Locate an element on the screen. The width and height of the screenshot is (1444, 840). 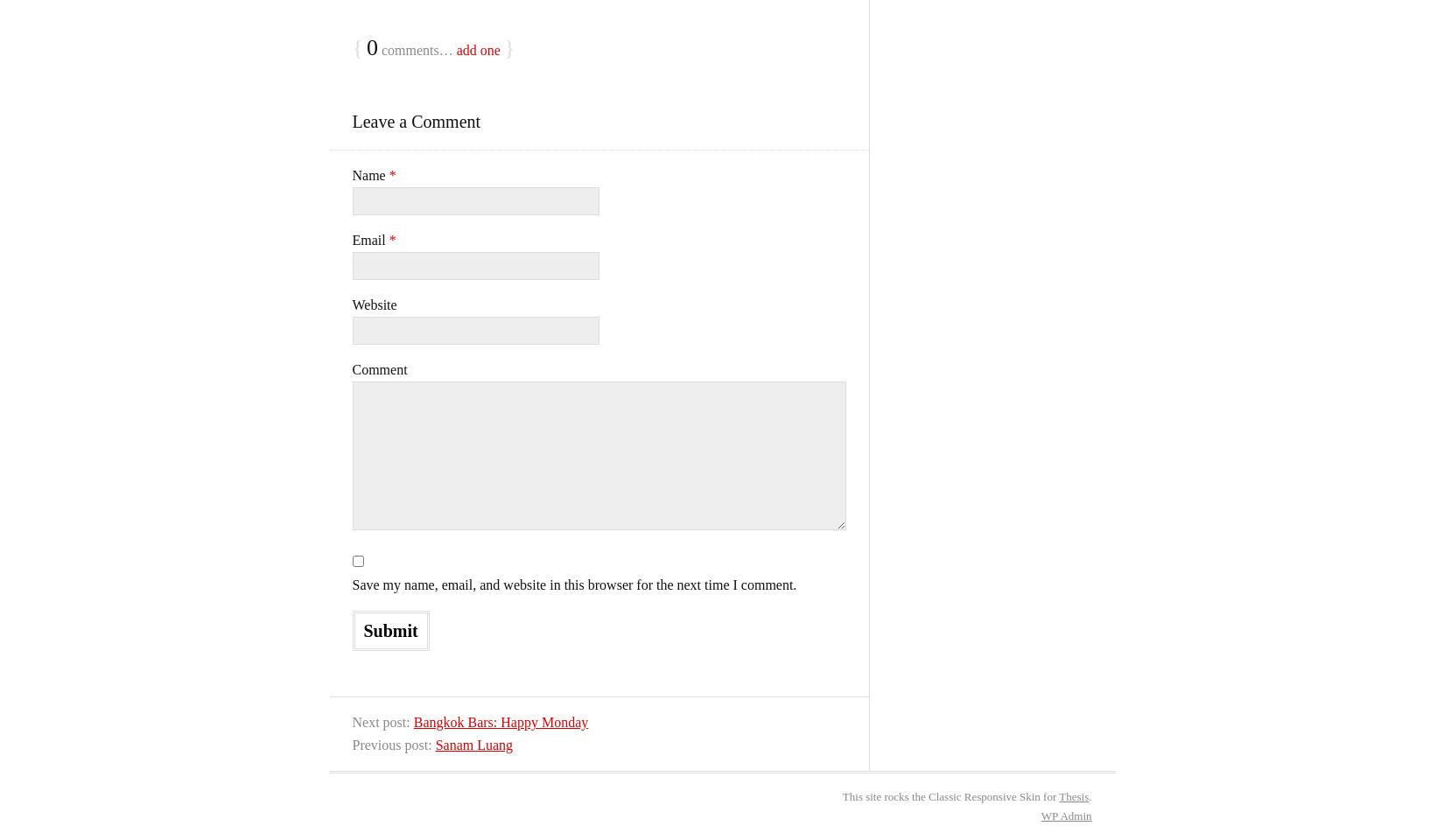
'add one' is located at coordinates (476, 49).